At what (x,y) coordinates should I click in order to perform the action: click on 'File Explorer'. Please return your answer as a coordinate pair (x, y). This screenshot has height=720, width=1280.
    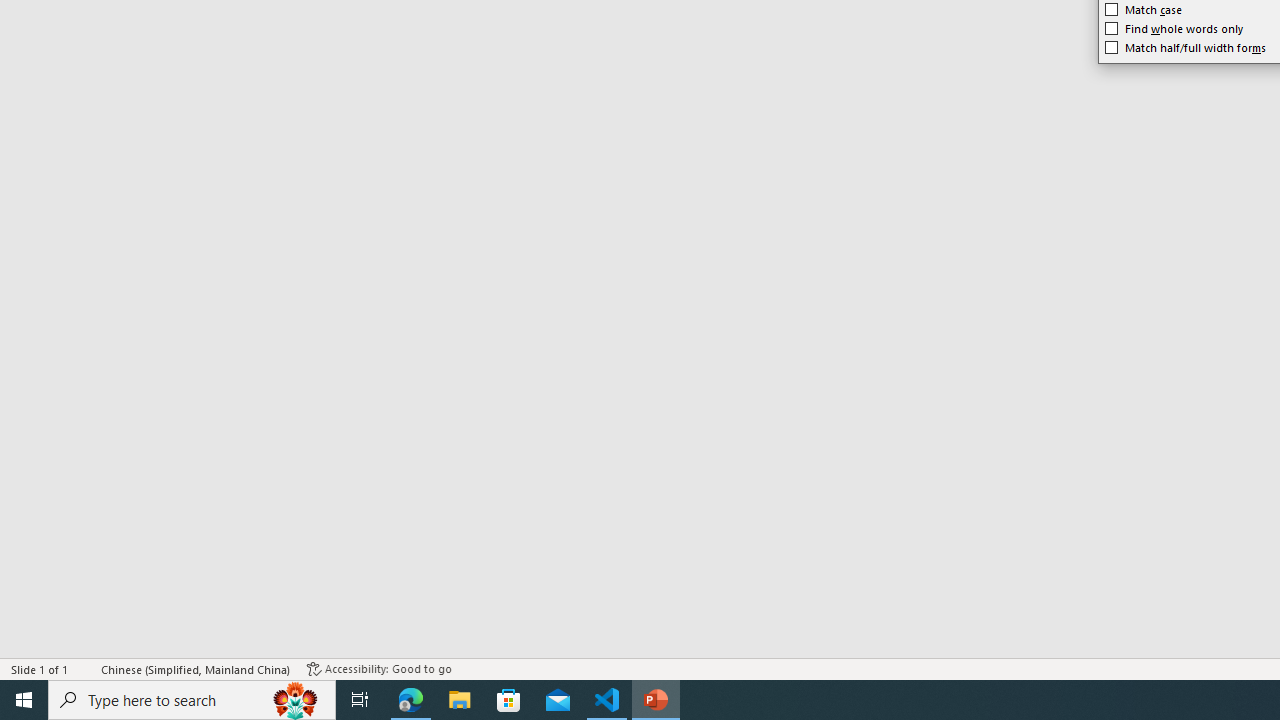
    Looking at the image, I should click on (459, 698).